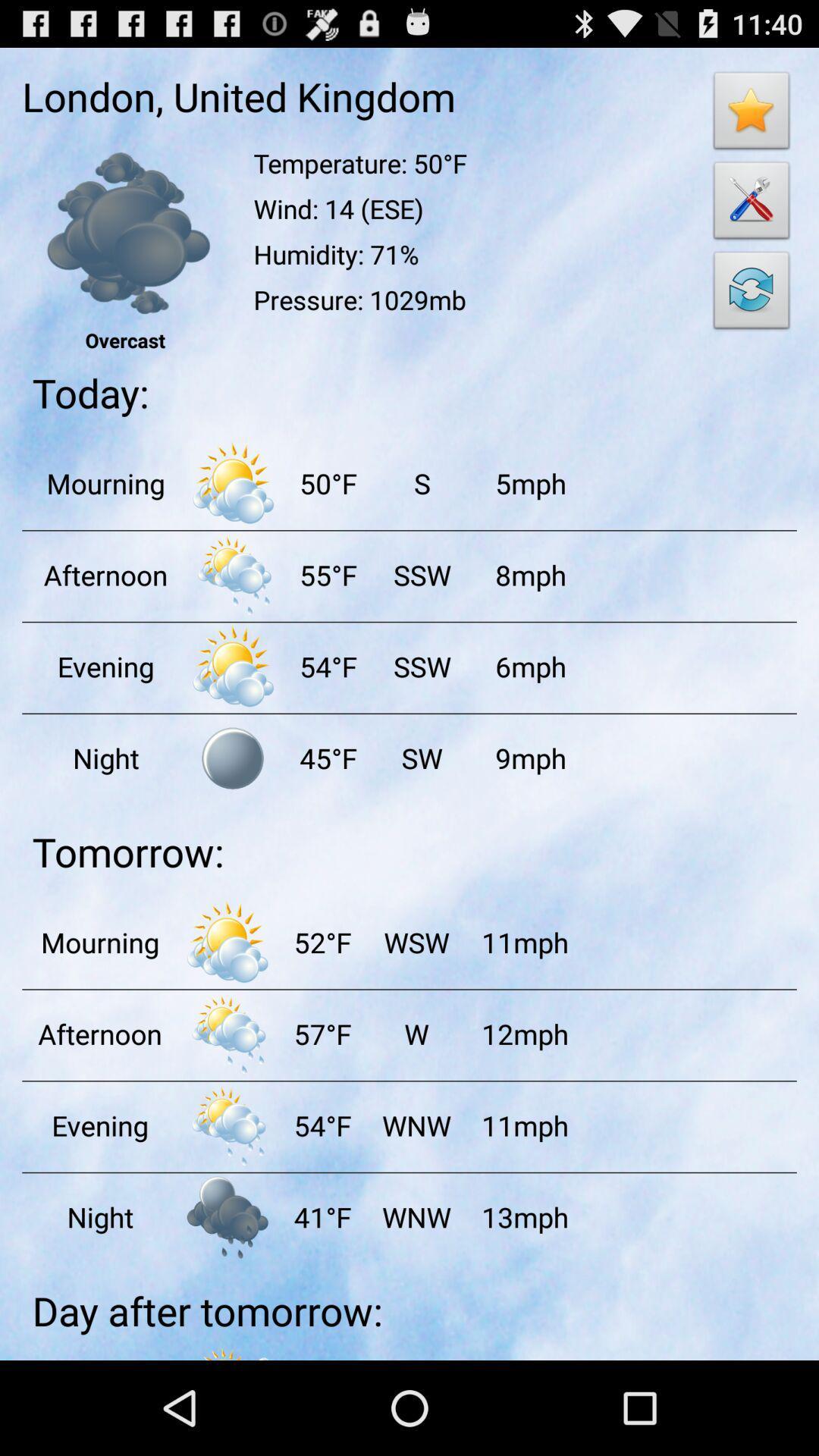  I want to click on the item next to the wind: 14 (ese), so click(752, 294).